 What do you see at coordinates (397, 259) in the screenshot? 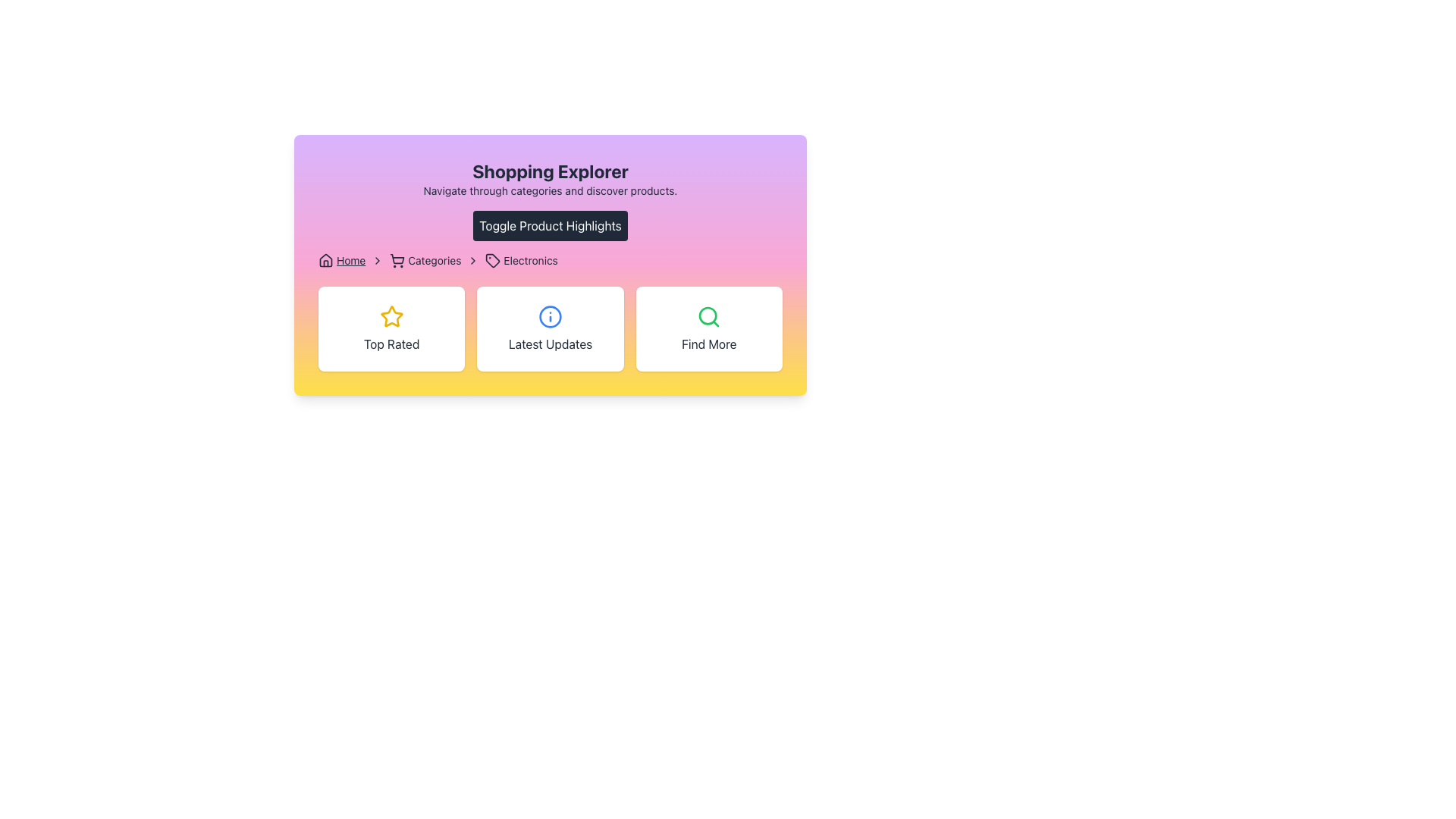
I see `the shopping cart icon located before the 'Categories' text in the breadcrumb navigation` at bounding box center [397, 259].